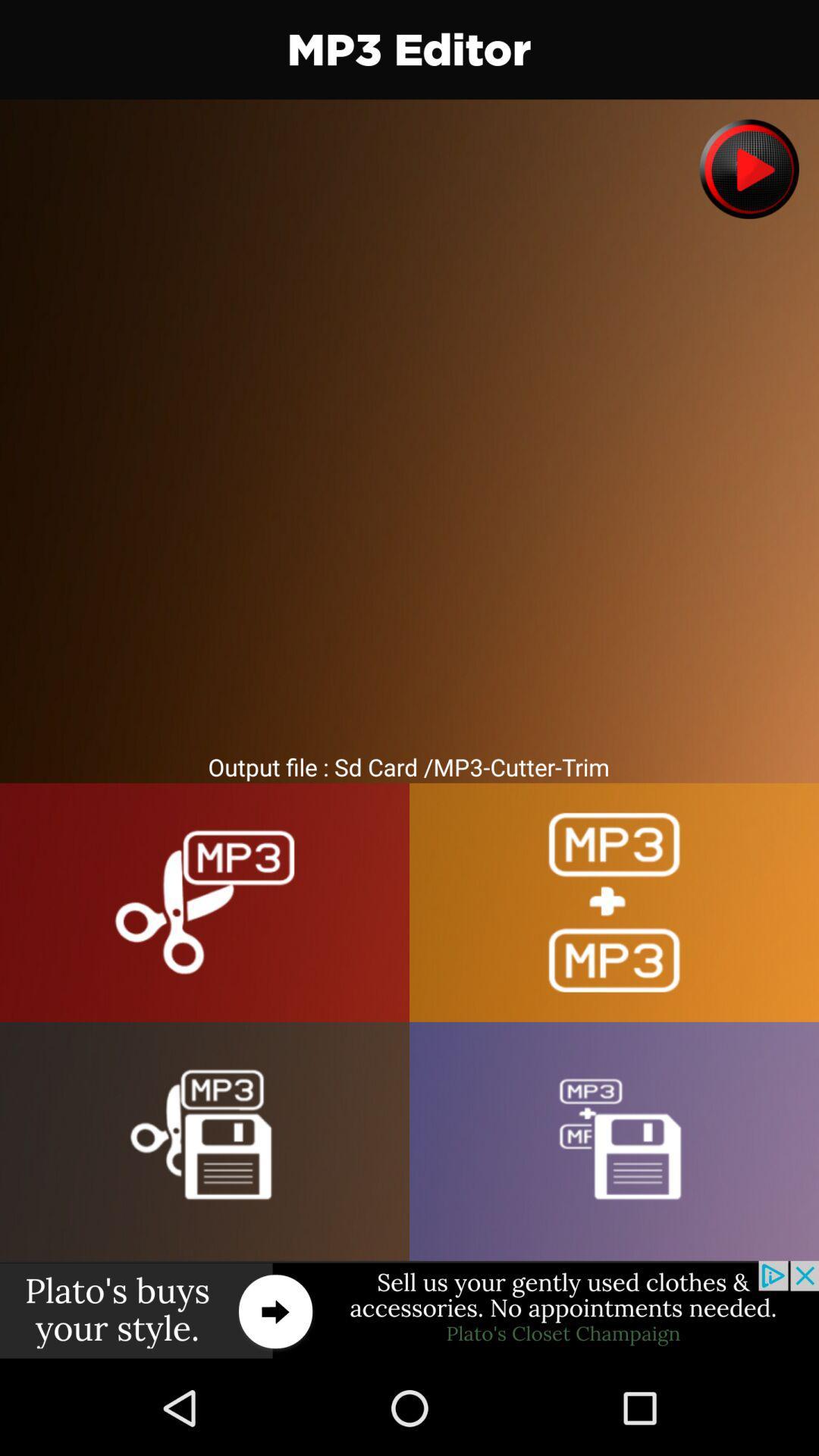  Describe the element at coordinates (748, 169) in the screenshot. I see `song` at that location.